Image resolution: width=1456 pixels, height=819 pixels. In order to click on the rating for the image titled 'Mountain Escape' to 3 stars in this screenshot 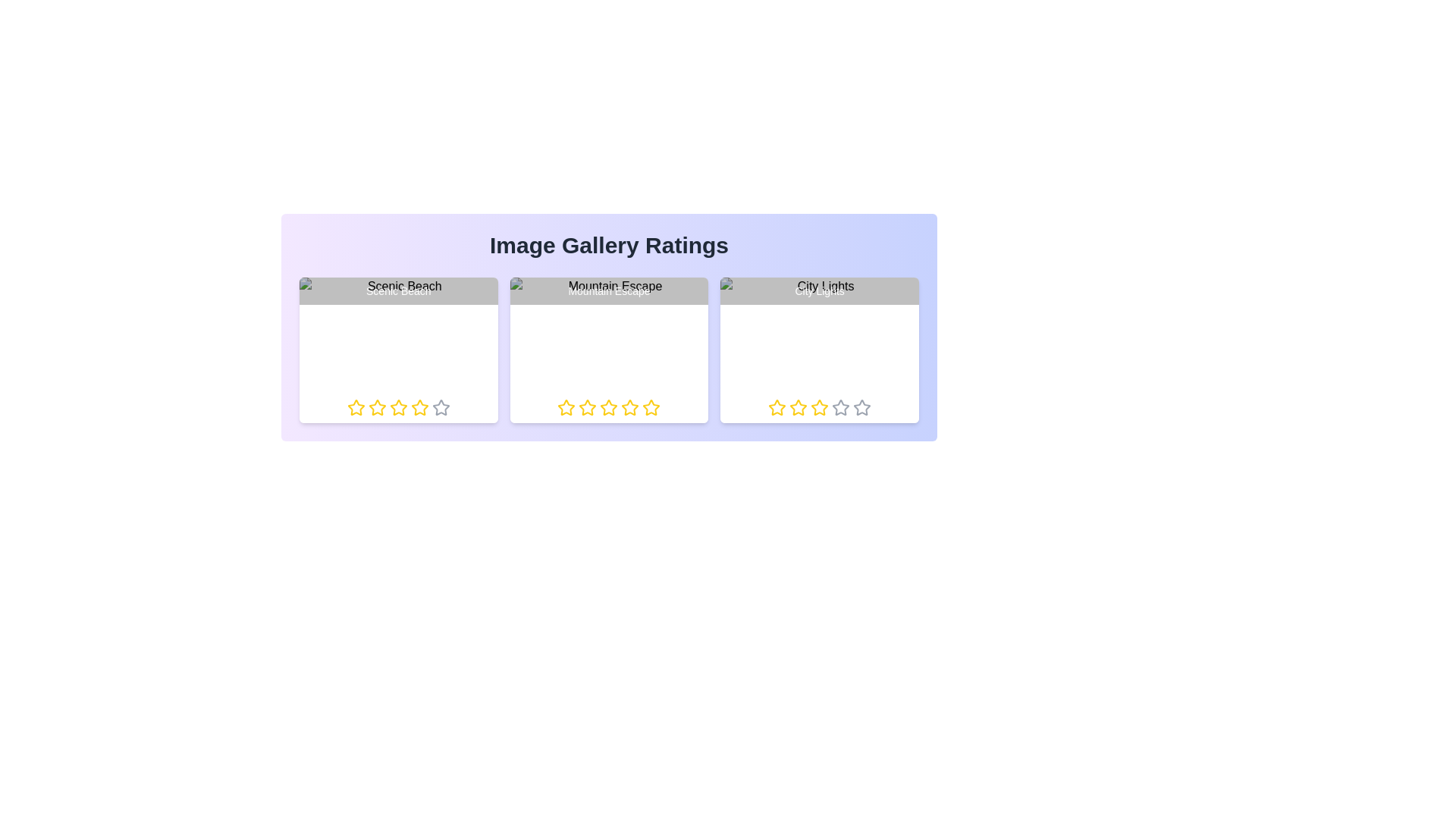, I will do `click(599, 406)`.